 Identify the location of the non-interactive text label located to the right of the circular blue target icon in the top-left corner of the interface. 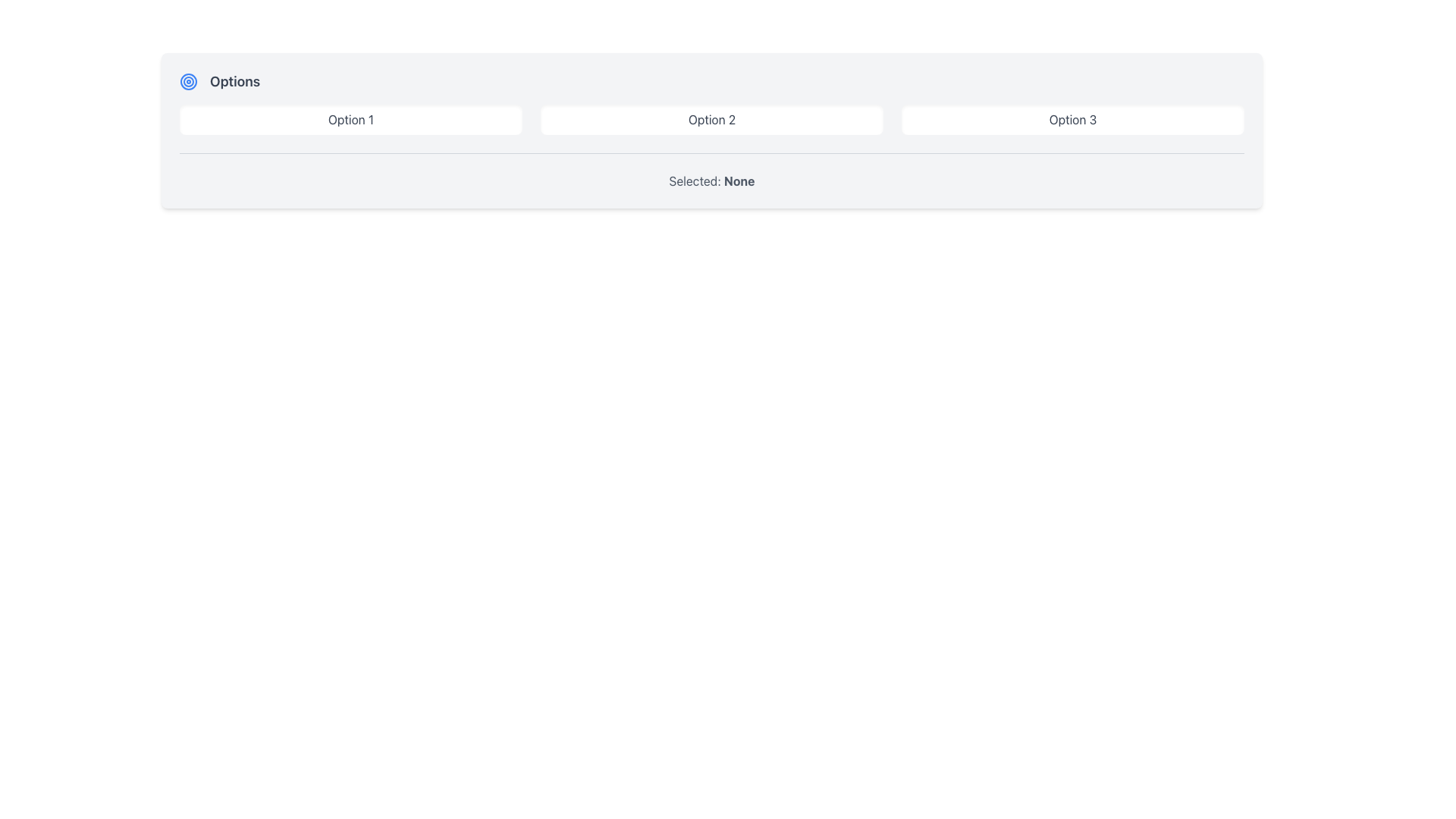
(234, 82).